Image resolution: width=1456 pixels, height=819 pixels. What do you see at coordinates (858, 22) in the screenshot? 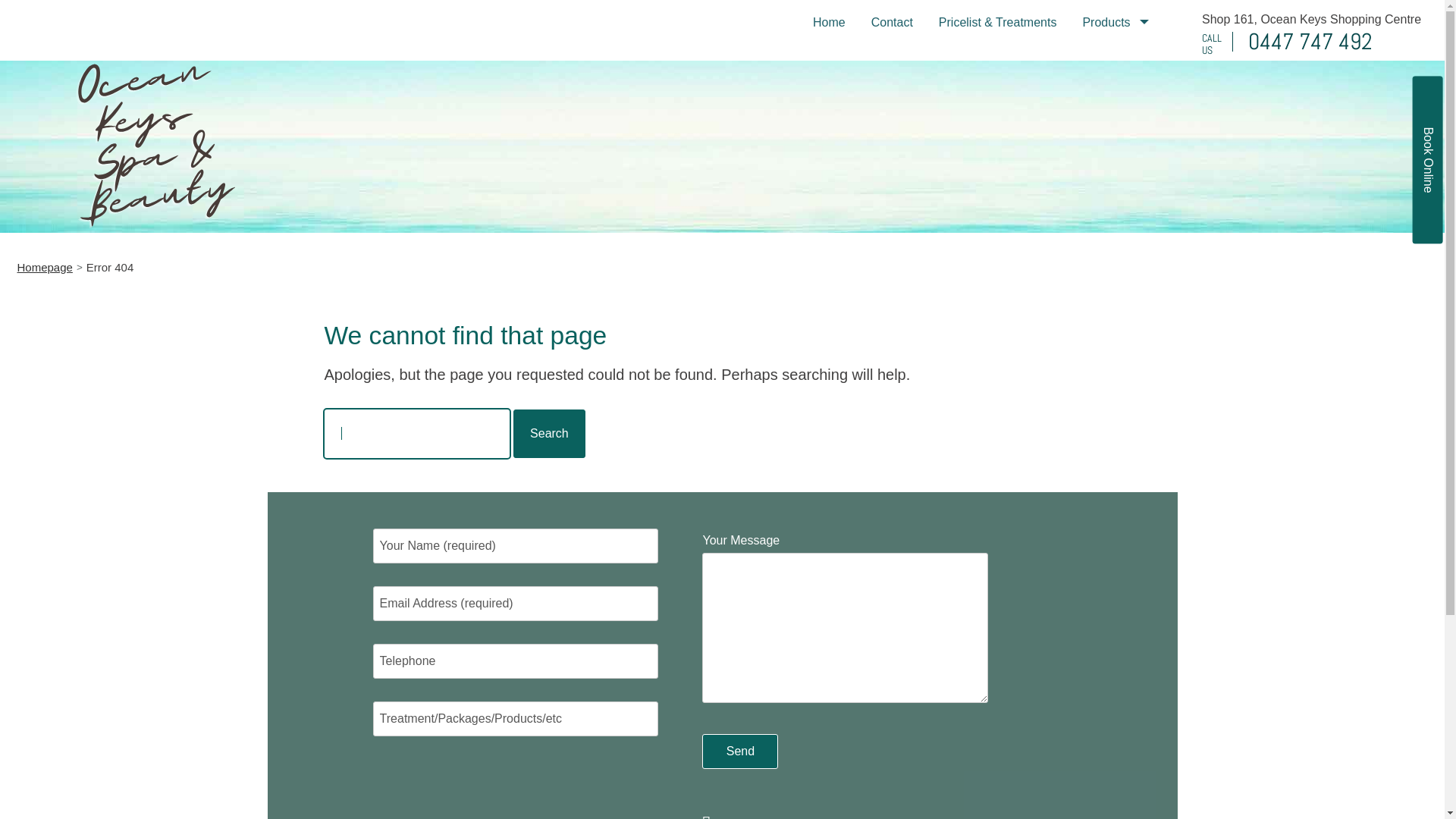
I see `'Contact'` at bounding box center [858, 22].